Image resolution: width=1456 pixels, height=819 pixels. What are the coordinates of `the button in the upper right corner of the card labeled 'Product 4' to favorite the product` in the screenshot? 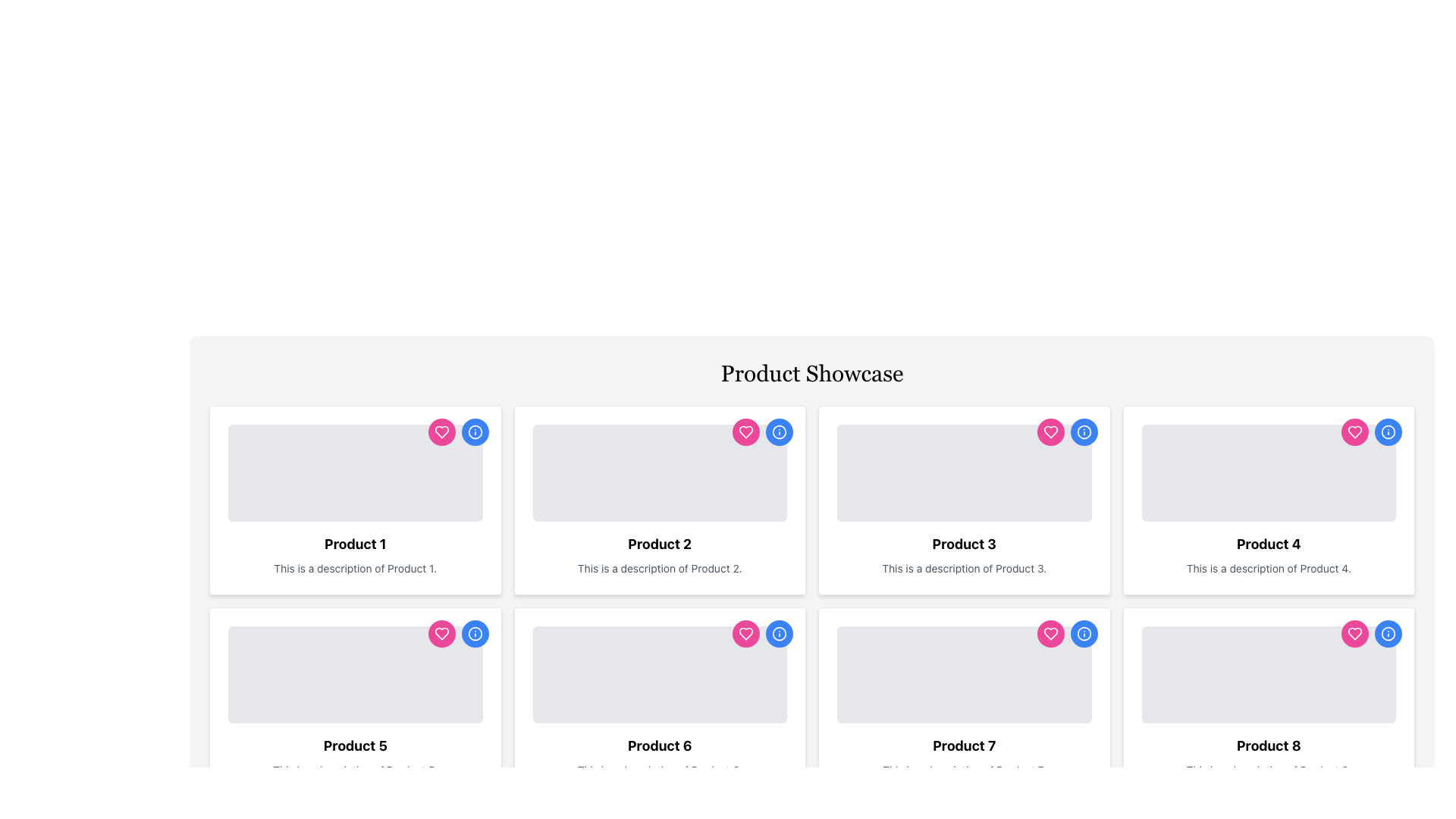 It's located at (1354, 432).